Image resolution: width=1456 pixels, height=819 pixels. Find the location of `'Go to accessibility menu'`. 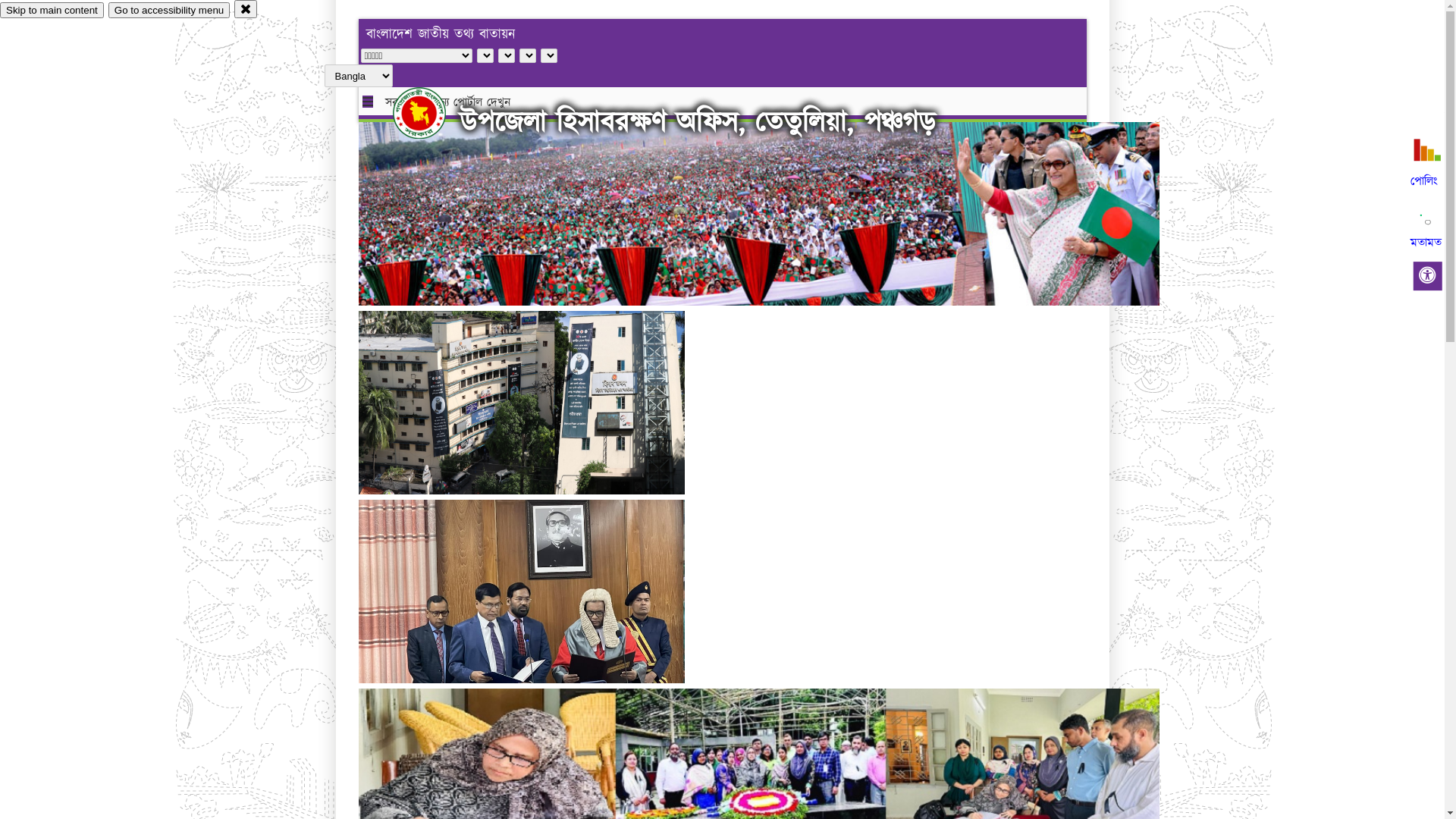

'Go to accessibility menu' is located at coordinates (108, 10).